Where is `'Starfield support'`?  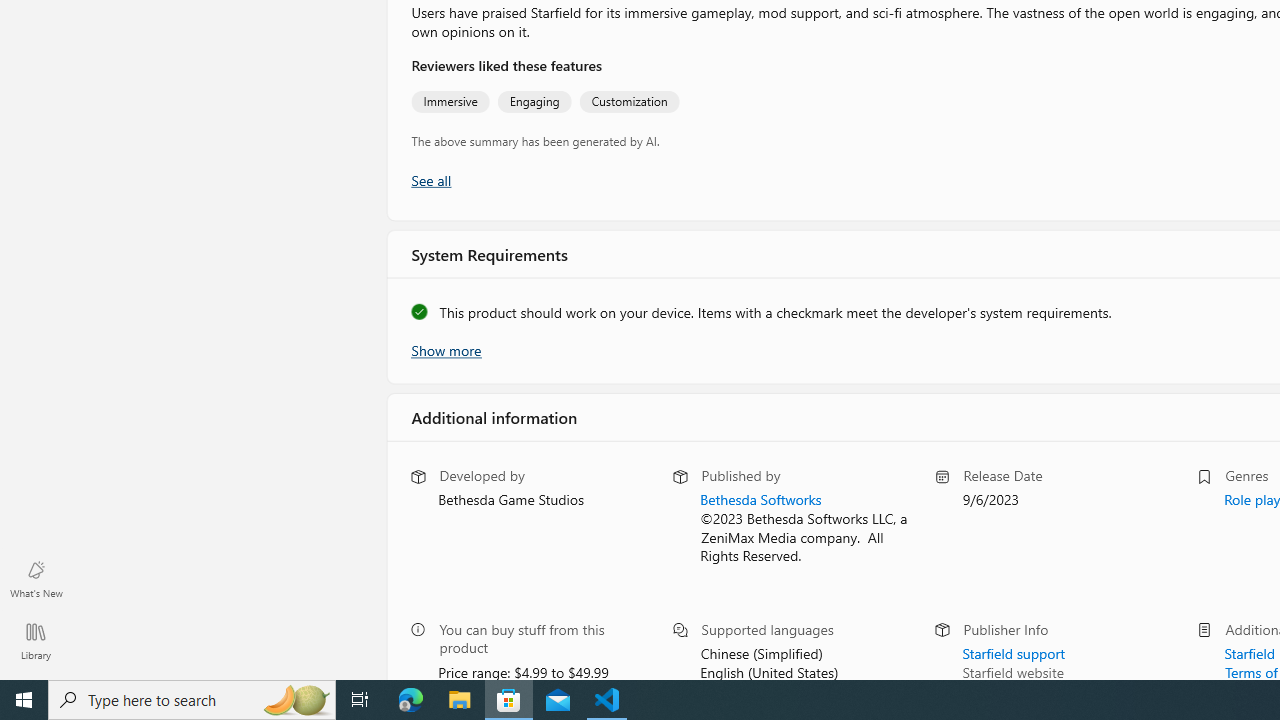
'Starfield support' is located at coordinates (1013, 651).